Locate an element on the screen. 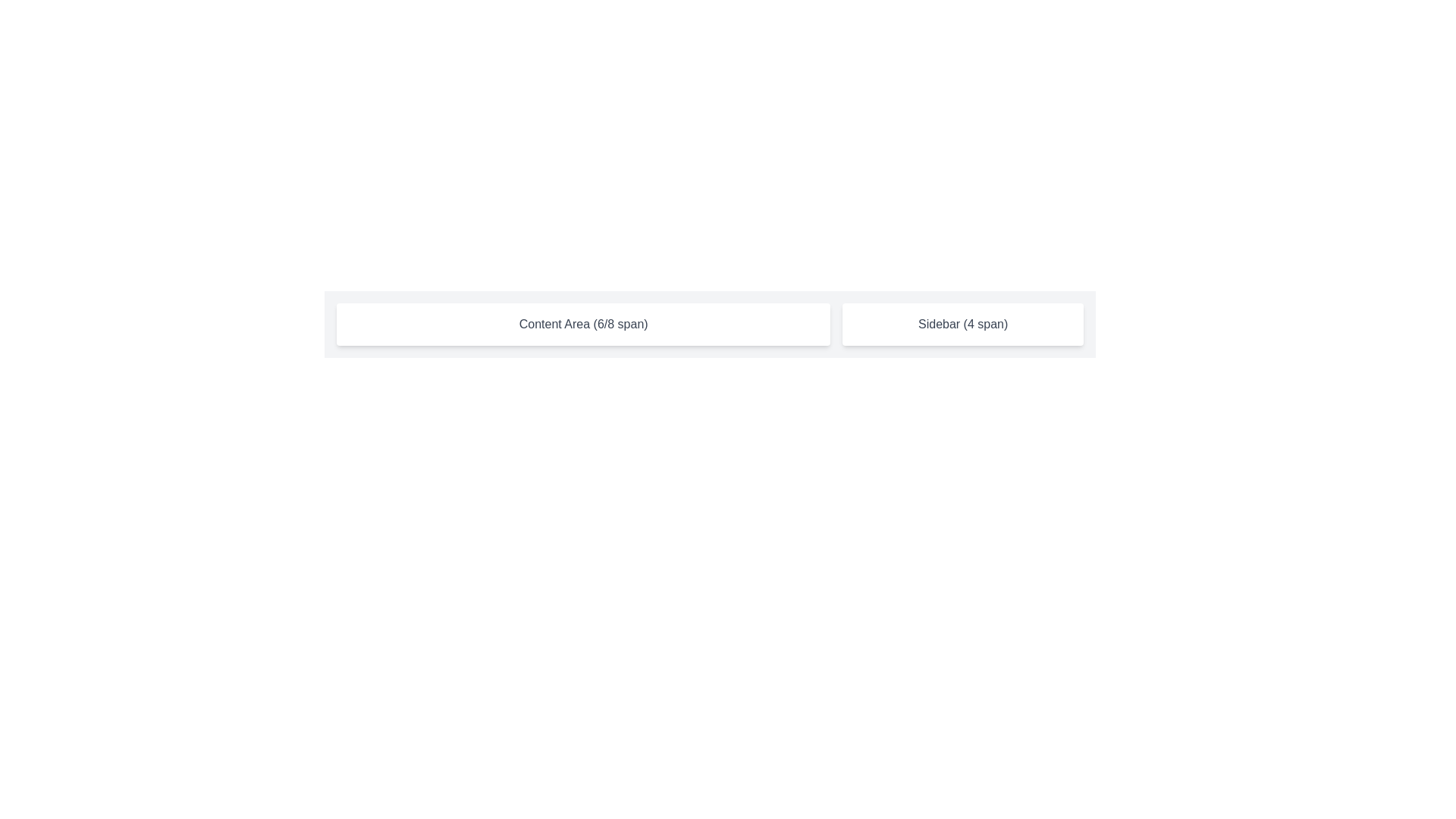 This screenshot has width=1456, height=819. the Text label that describes the content section of the layout, which is centered horizontally in the primary content area on the left is located at coordinates (582, 324).